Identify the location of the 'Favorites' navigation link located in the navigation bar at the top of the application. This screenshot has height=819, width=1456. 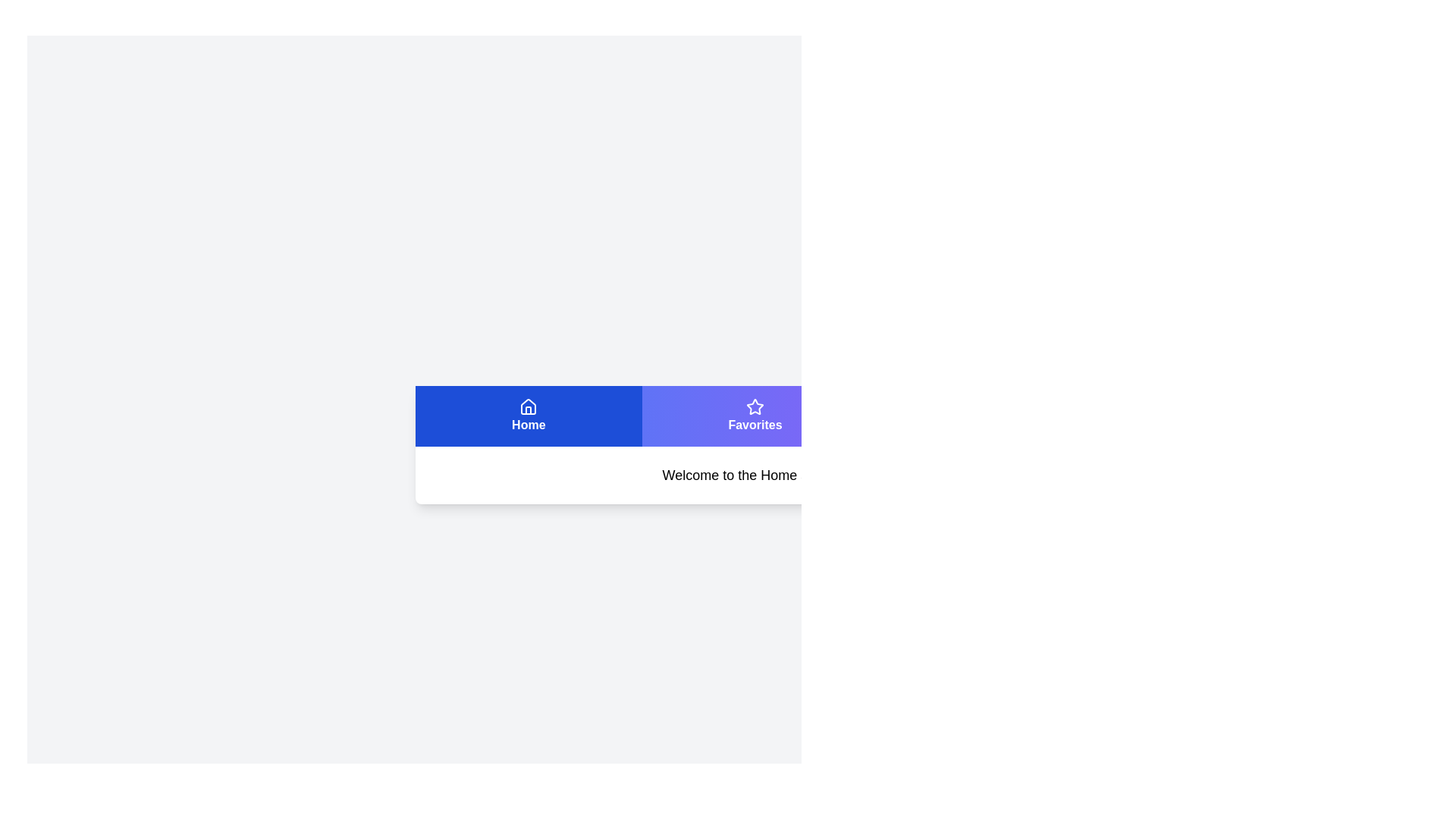
(755, 416).